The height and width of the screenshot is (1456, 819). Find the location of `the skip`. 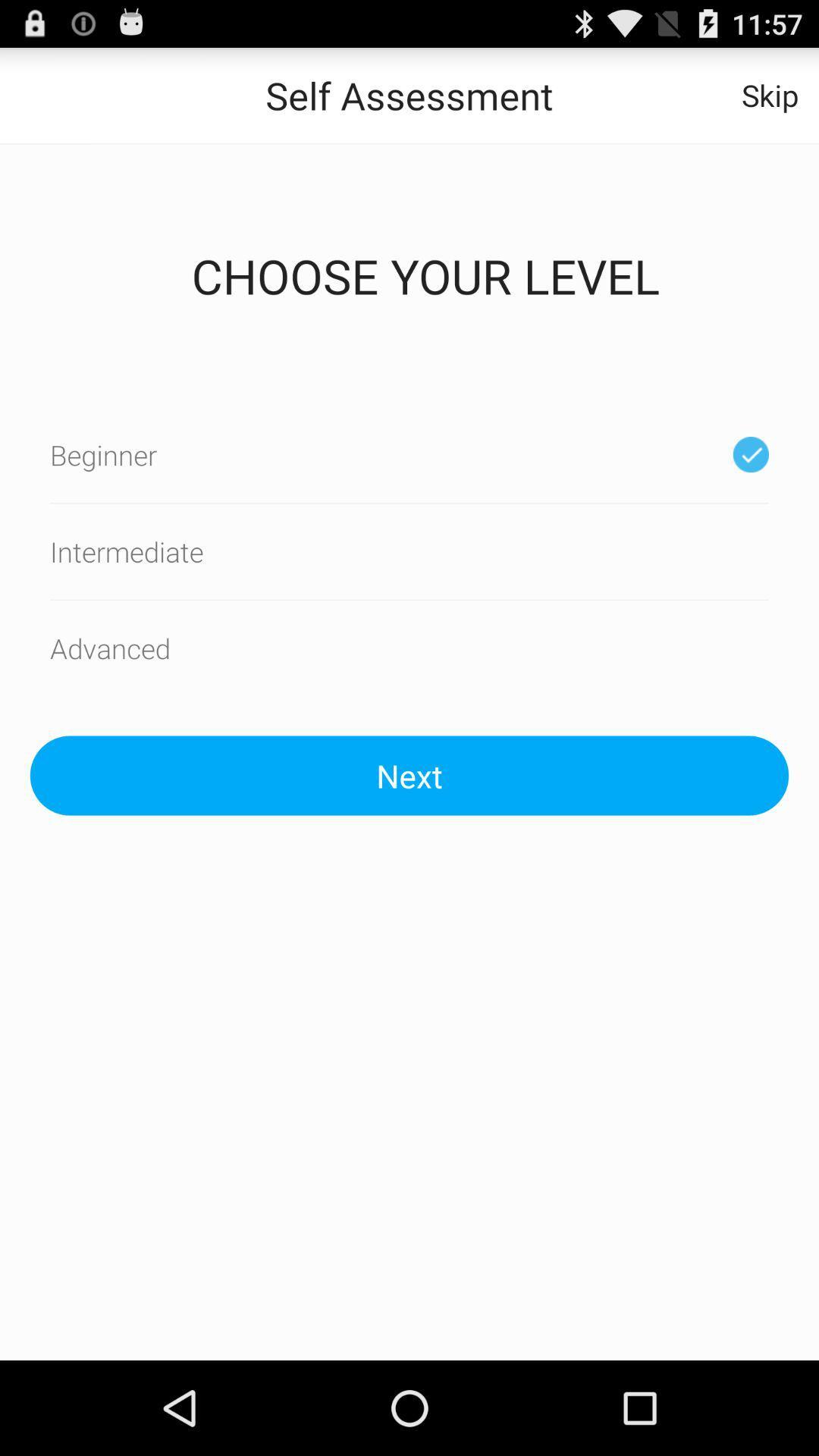

the skip is located at coordinates (770, 94).